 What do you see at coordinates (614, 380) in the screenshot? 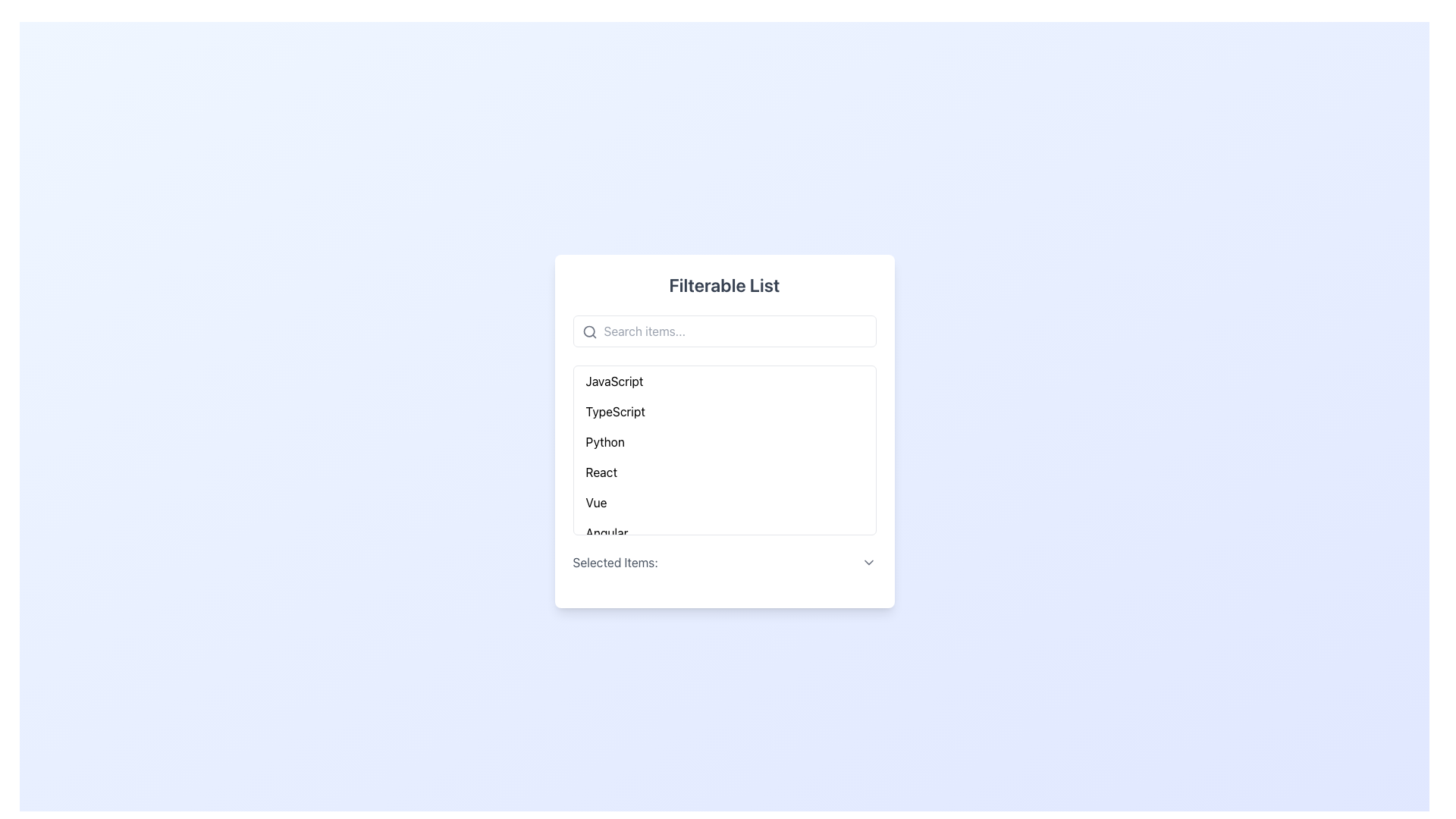
I see `the first selectable item in the 'Filterable List'` at bounding box center [614, 380].